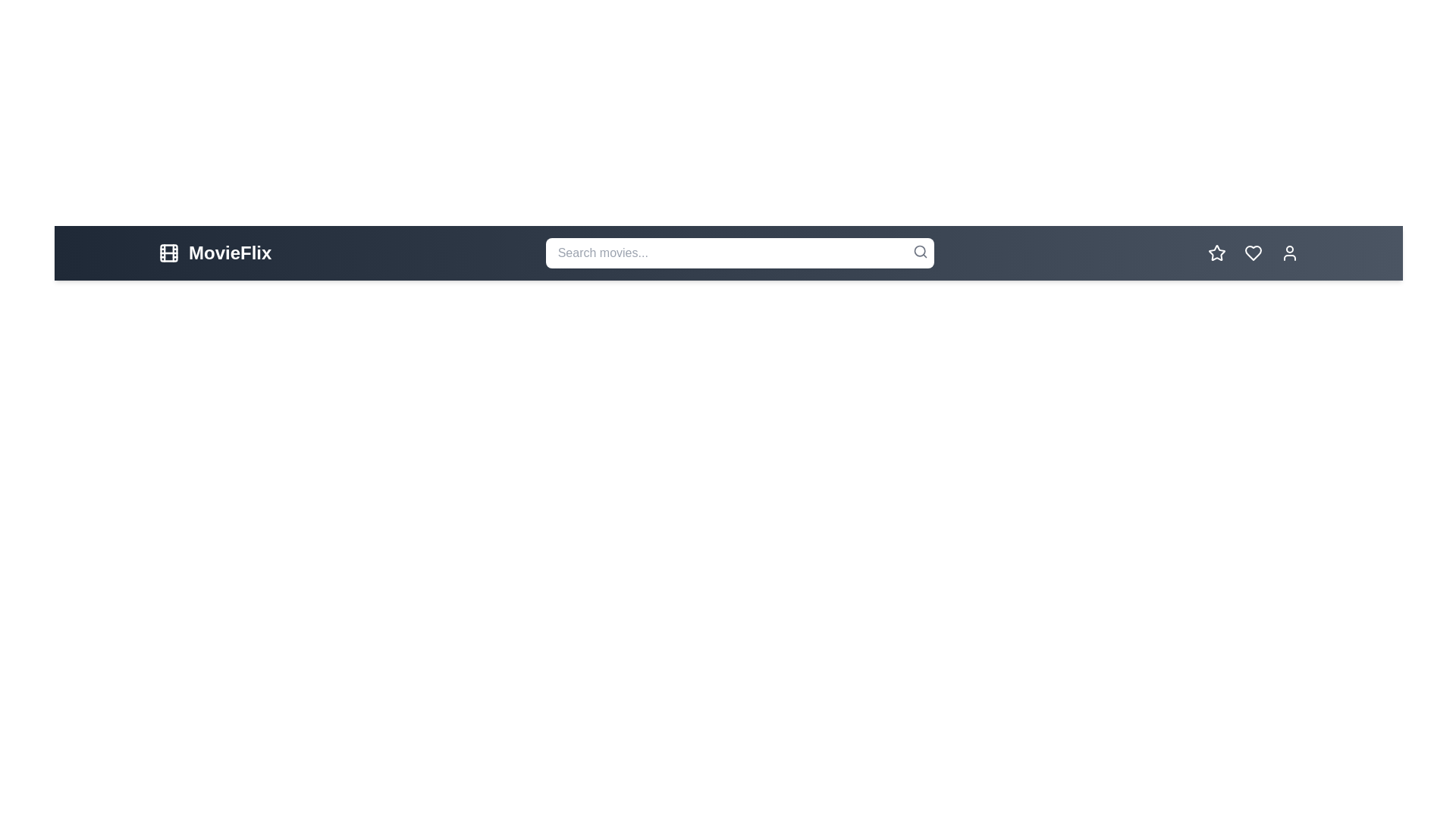 This screenshot has height=819, width=1456. Describe the element at coordinates (214, 253) in the screenshot. I see `the MovieFlix logo to interact with the branding element` at that location.